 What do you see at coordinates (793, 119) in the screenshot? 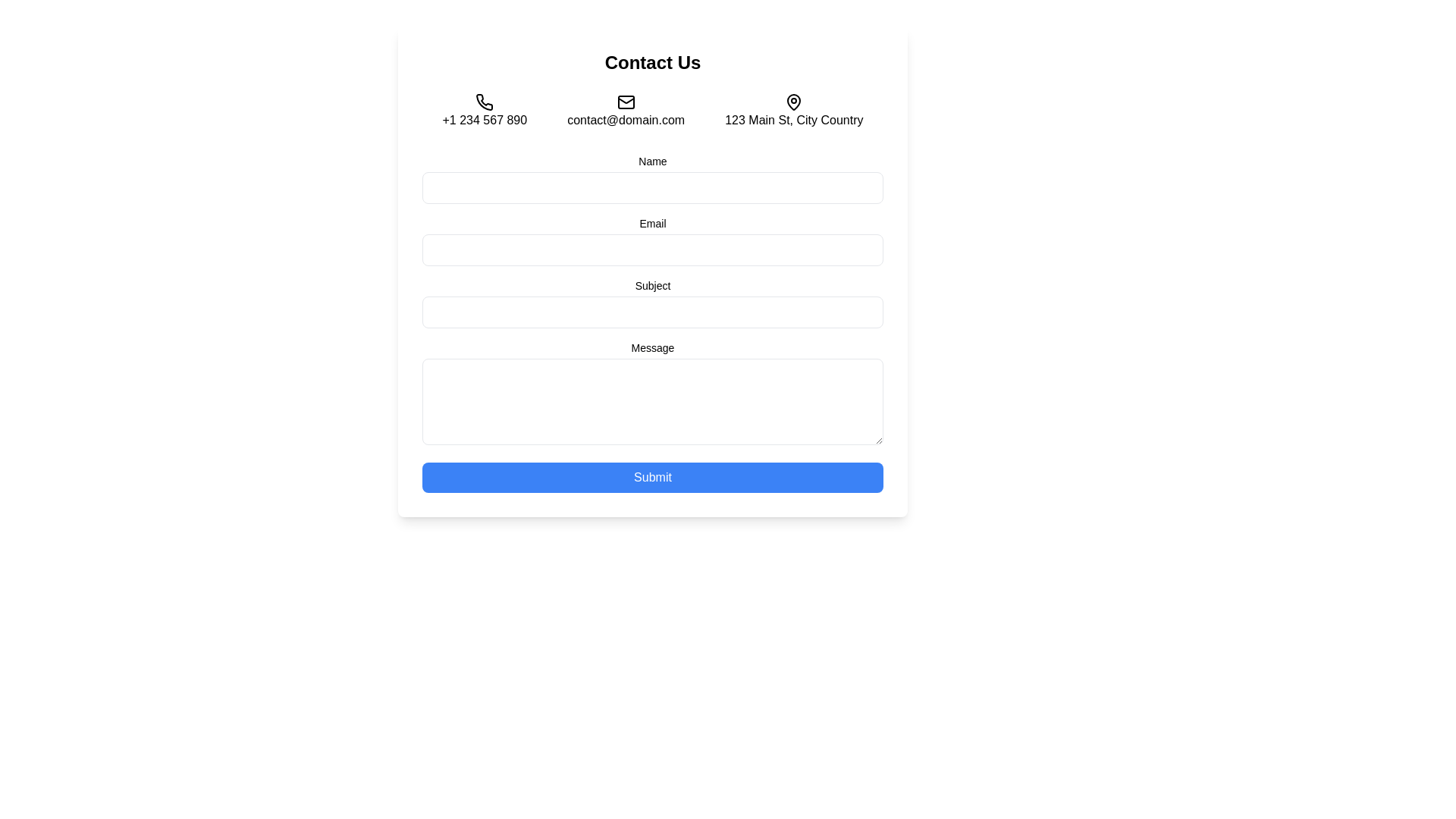
I see `the Text label providing the address in the 'Contact Us' section, which is the third entry aligned with the phone number and email address` at bounding box center [793, 119].